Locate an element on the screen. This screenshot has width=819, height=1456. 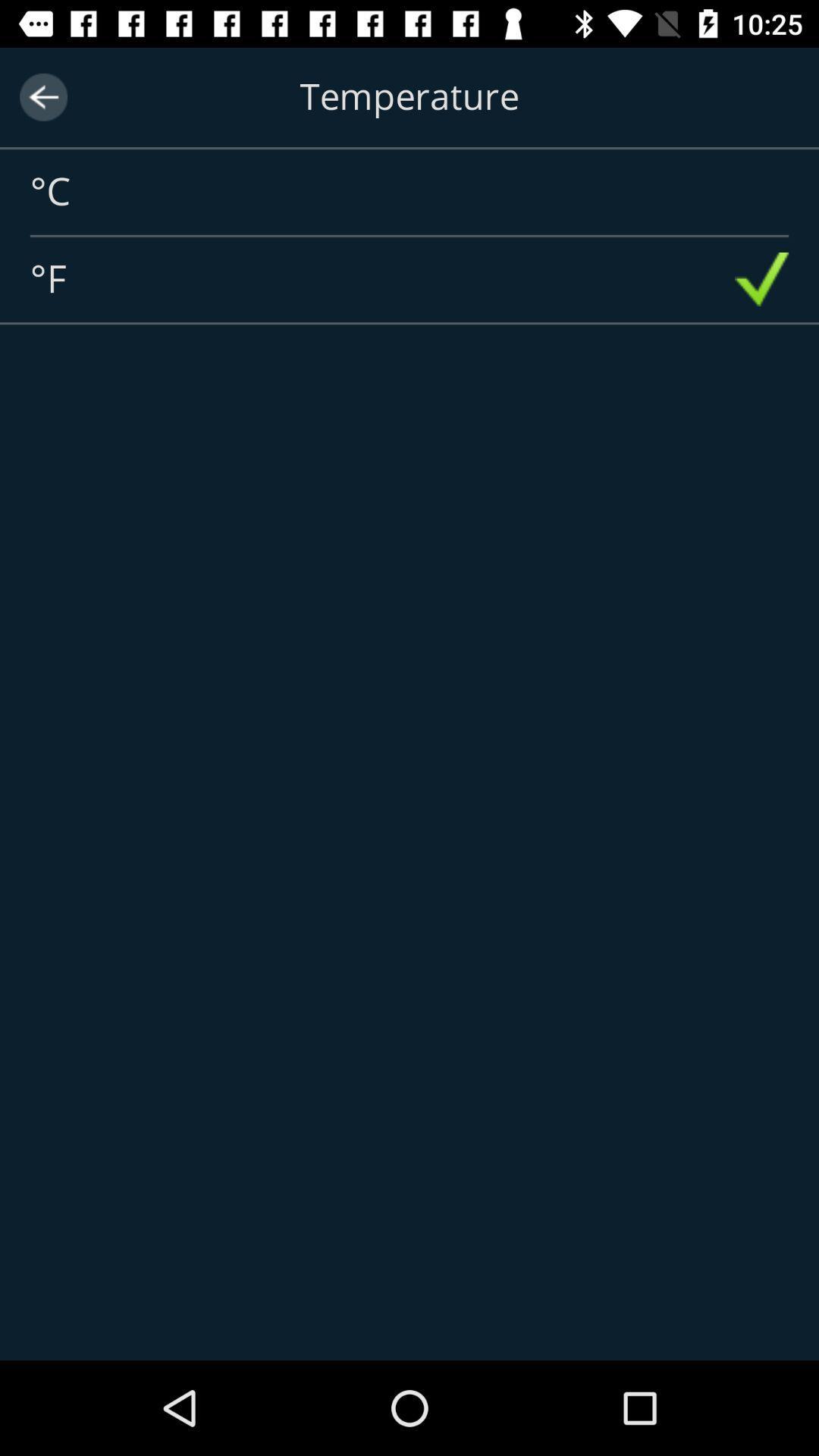
the arrow_backward icon is located at coordinates (42, 96).